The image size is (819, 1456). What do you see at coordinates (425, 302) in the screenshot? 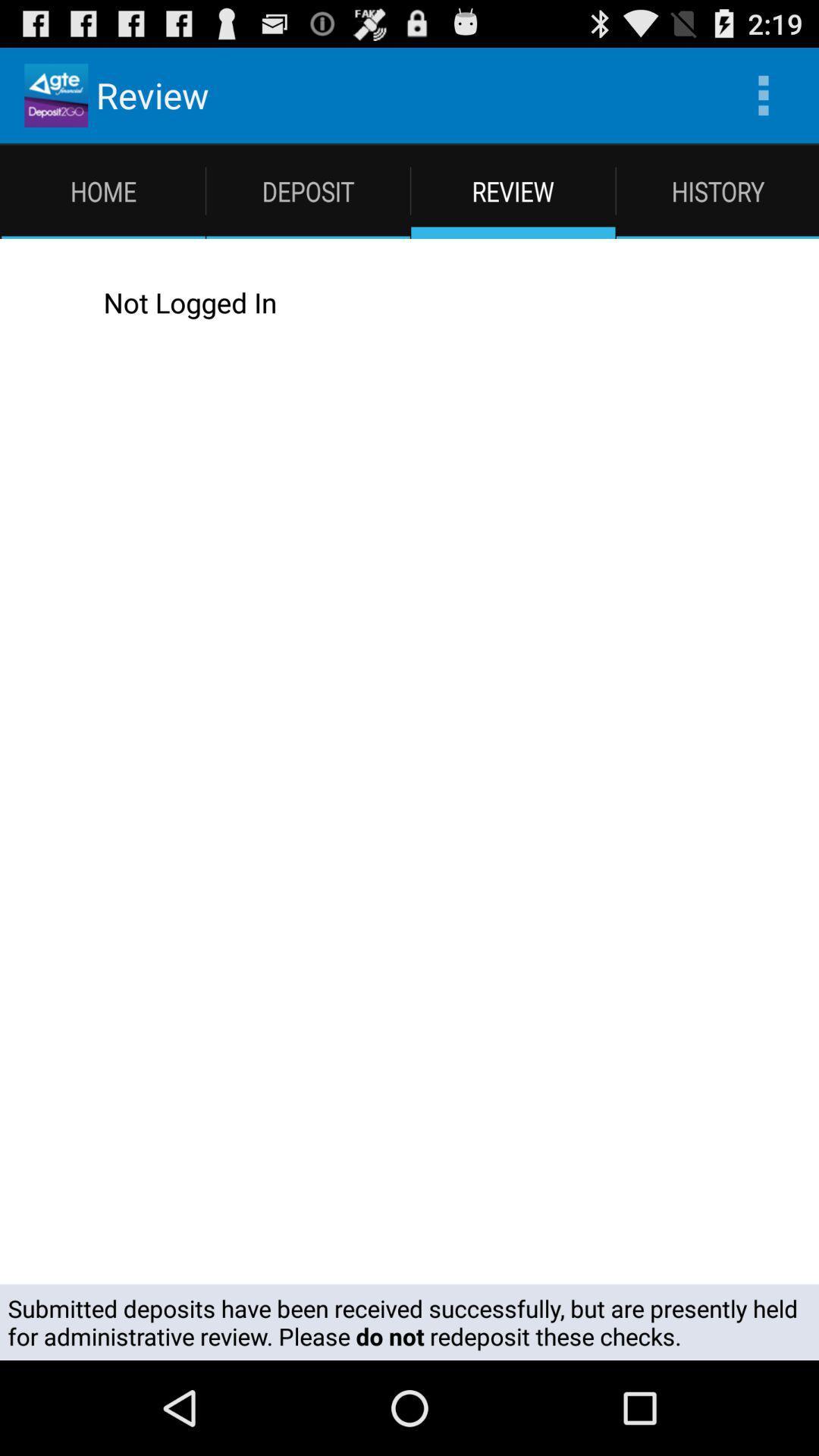
I see `the icon above the submitted deposits have icon` at bounding box center [425, 302].